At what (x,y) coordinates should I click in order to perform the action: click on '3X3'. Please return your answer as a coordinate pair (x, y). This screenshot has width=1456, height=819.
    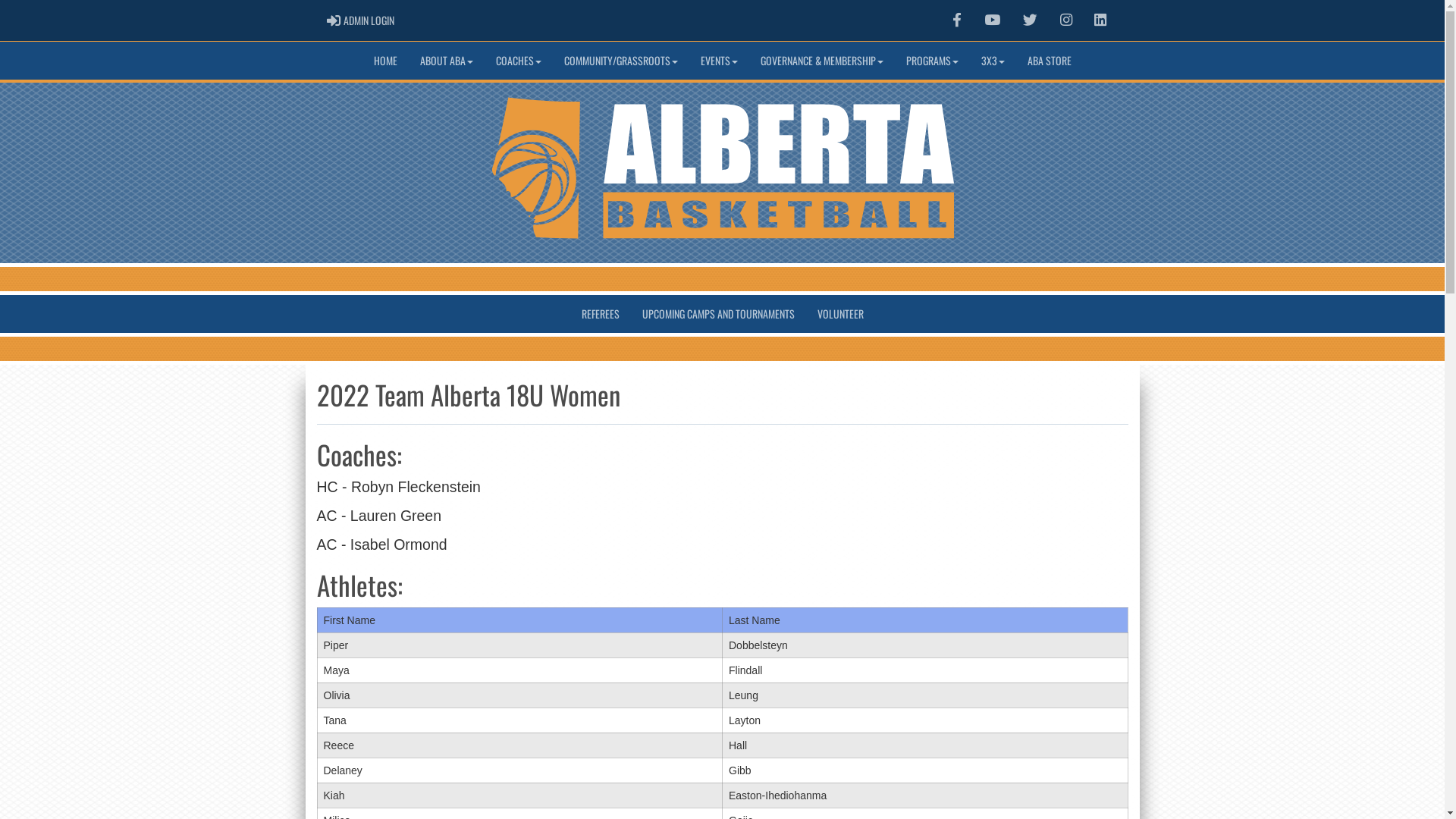
    Looking at the image, I should click on (992, 60).